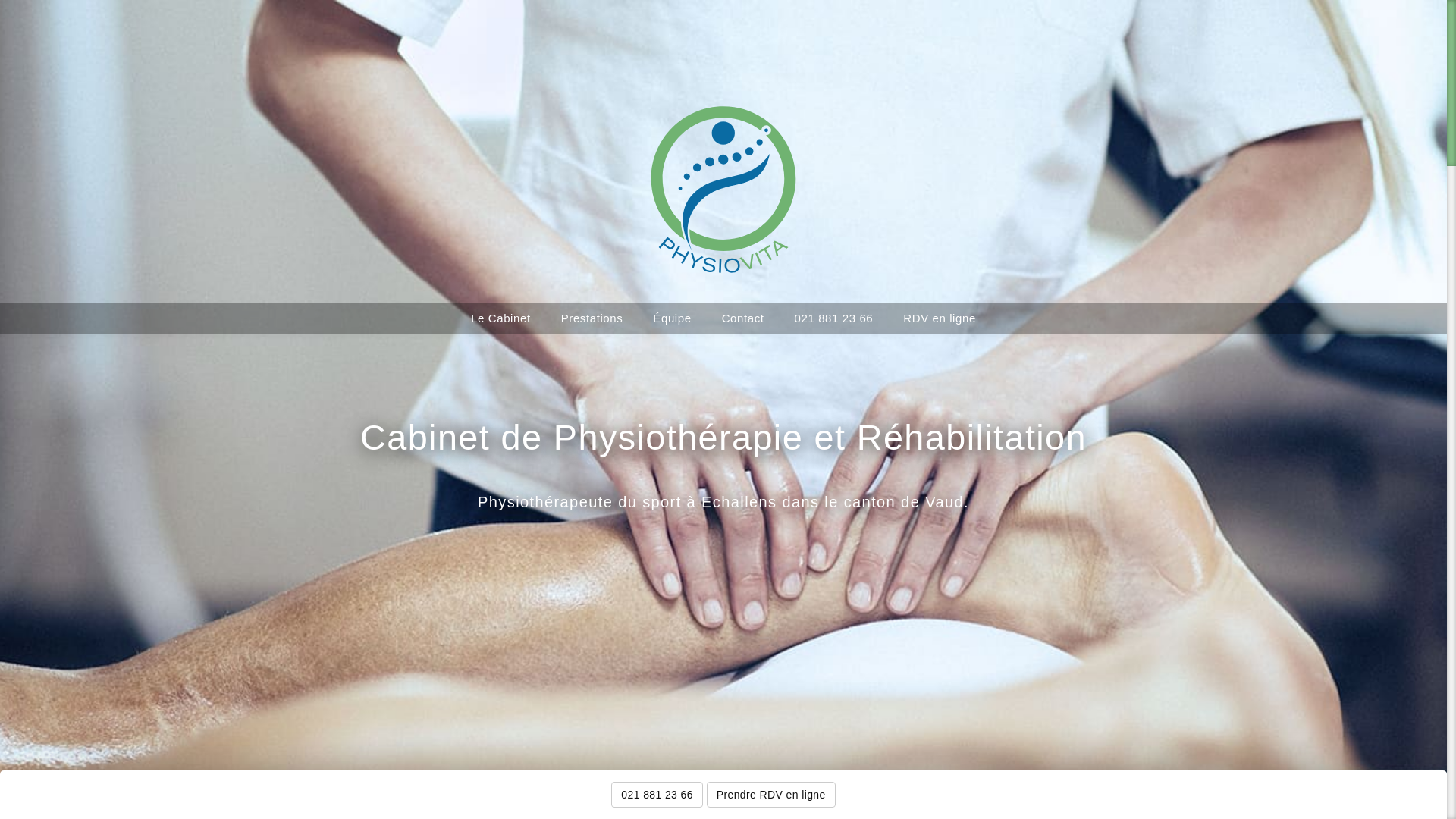 This screenshot has height=819, width=1456. What do you see at coordinates (591, 318) in the screenshot?
I see `'Prestations'` at bounding box center [591, 318].